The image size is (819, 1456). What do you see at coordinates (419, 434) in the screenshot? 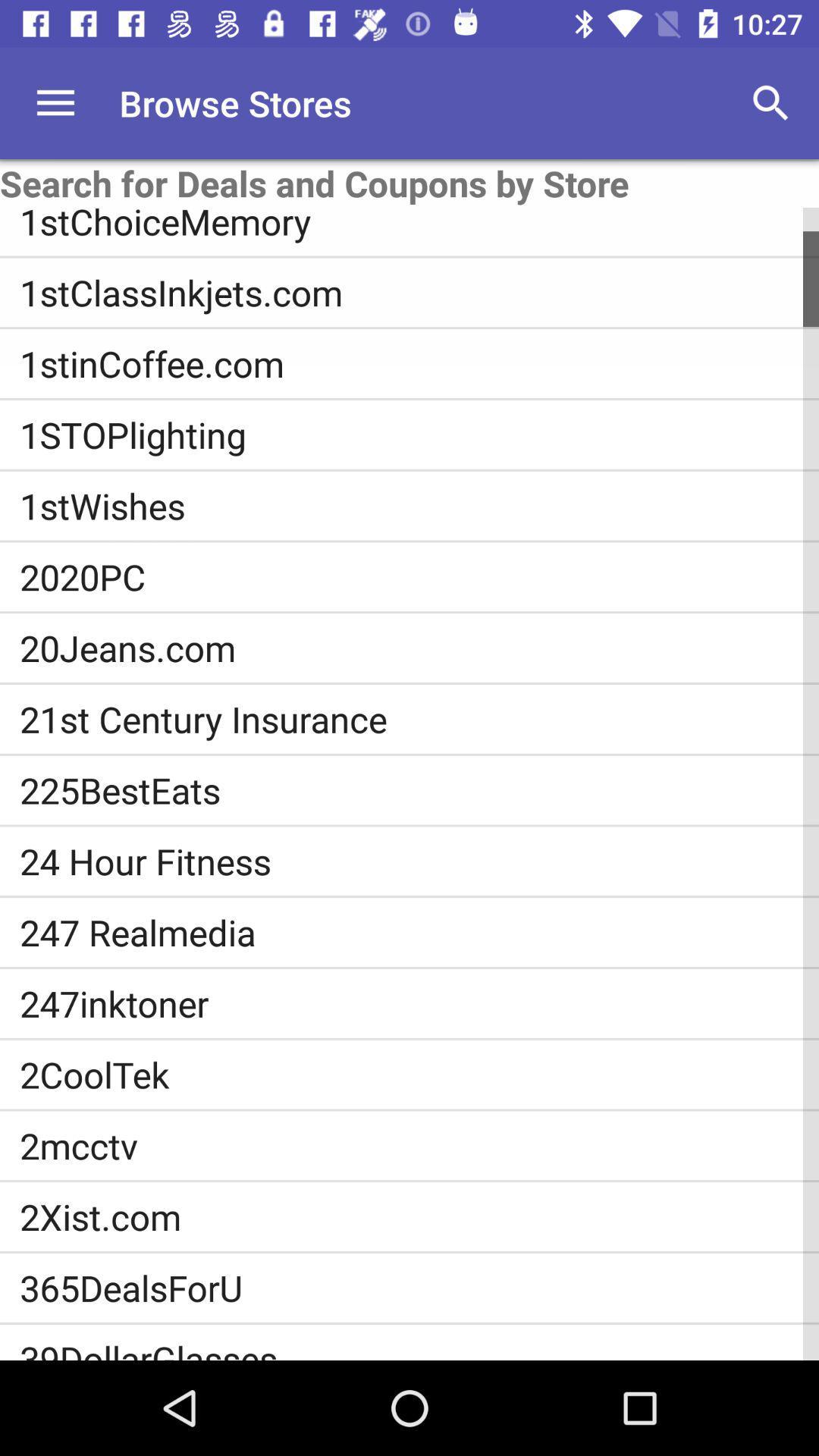
I see `1stoplighting item` at bounding box center [419, 434].